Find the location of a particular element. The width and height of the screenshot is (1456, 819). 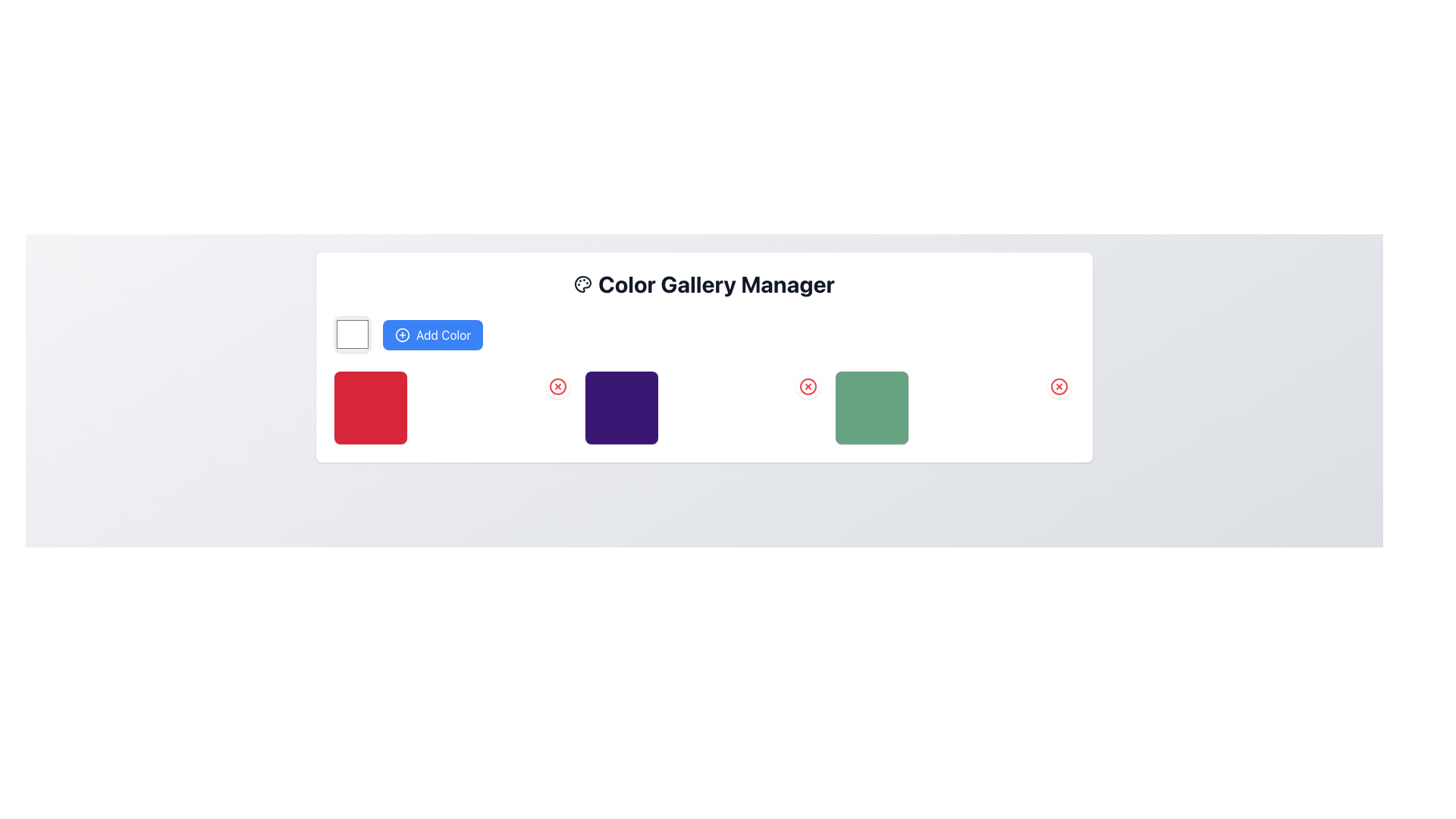

the 'X' button located at the top-right corner of the green square box in the panel, which is used to delete or remove the associated color box is located at coordinates (1058, 385).